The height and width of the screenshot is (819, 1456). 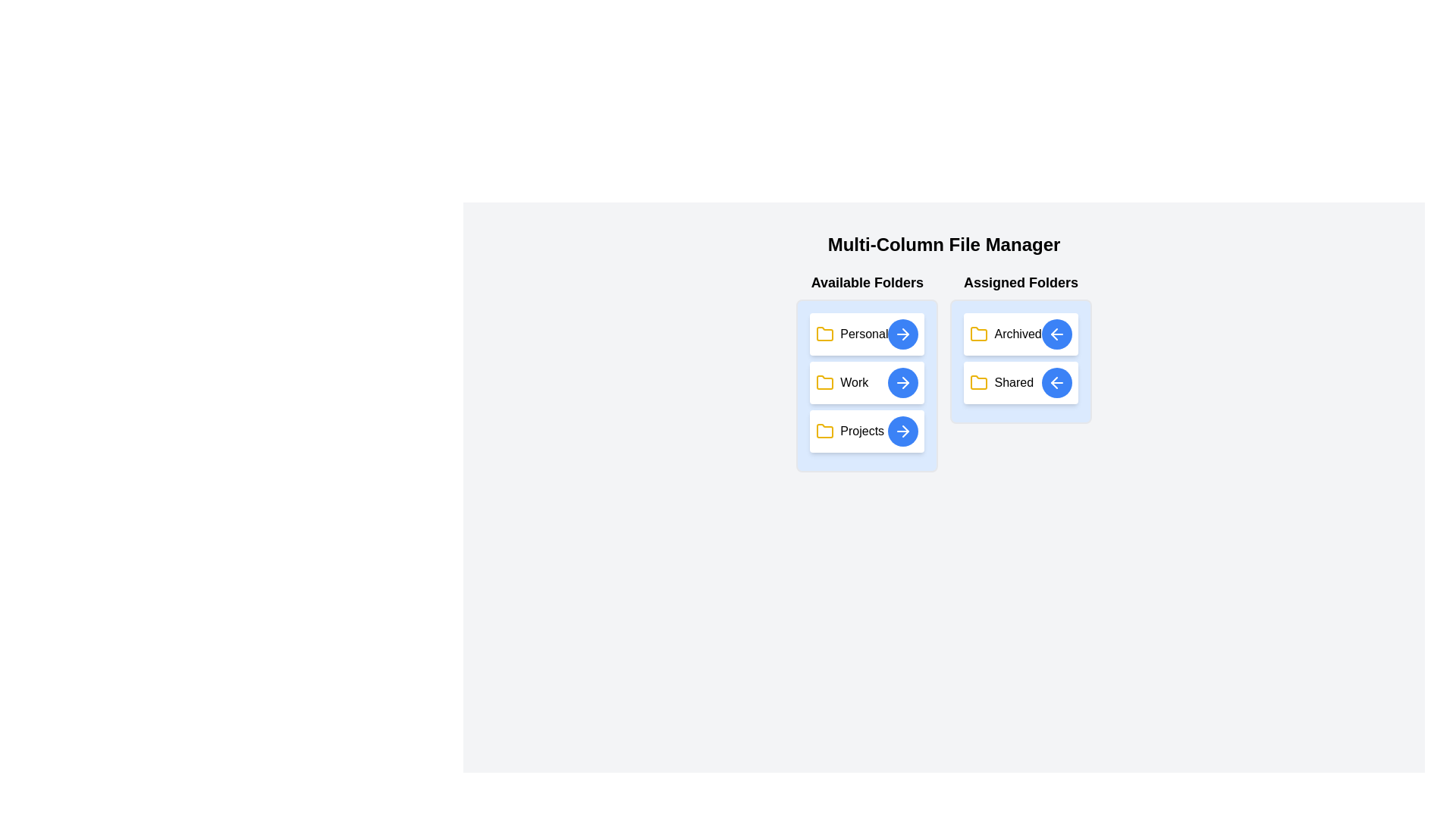 What do you see at coordinates (903, 333) in the screenshot?
I see `the transfer button for the folder labeled 'Personal'` at bounding box center [903, 333].